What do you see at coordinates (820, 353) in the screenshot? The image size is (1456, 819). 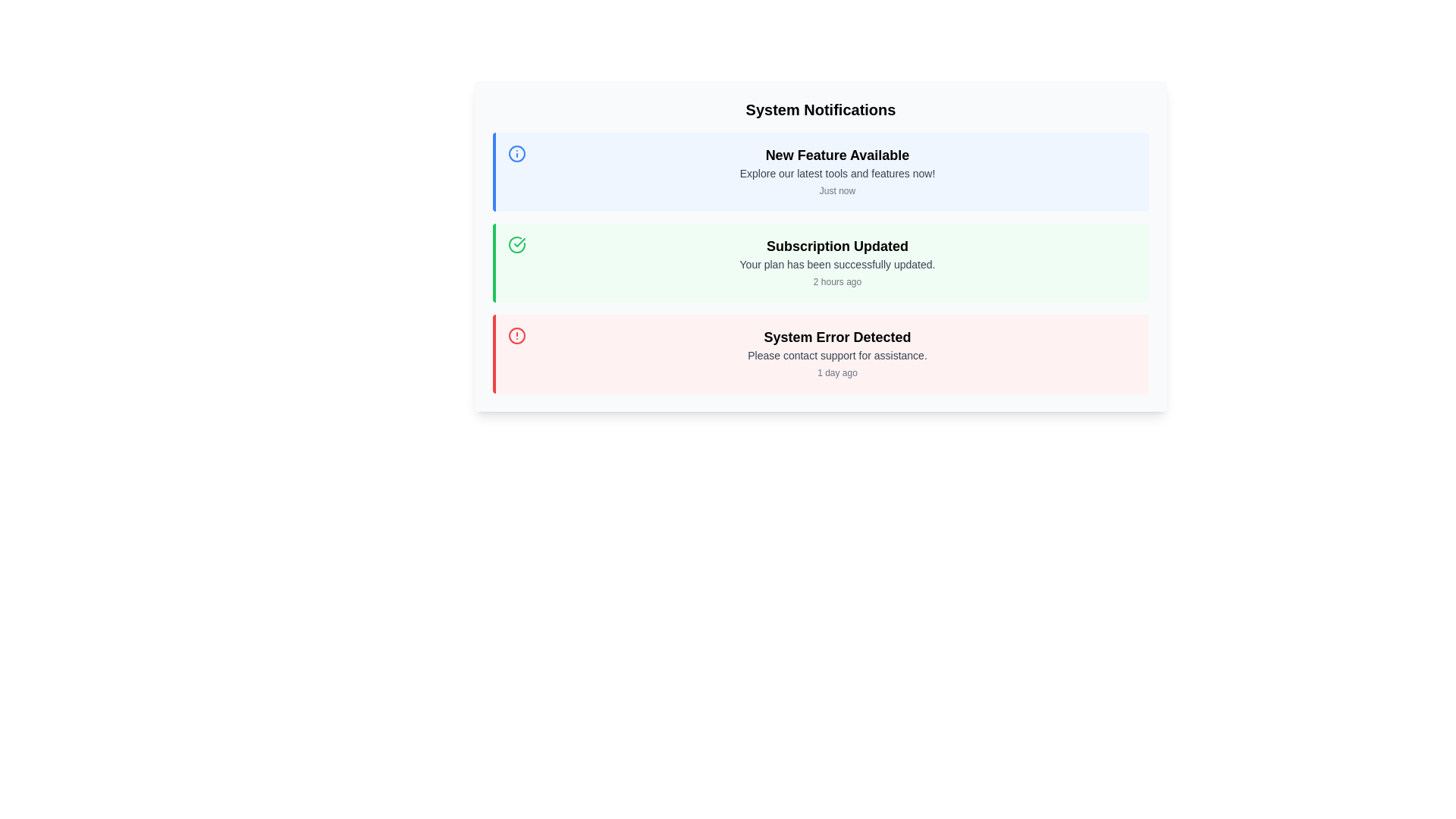 I see `the Notification card that informs the user of a system error, which is the third notification in the list` at bounding box center [820, 353].